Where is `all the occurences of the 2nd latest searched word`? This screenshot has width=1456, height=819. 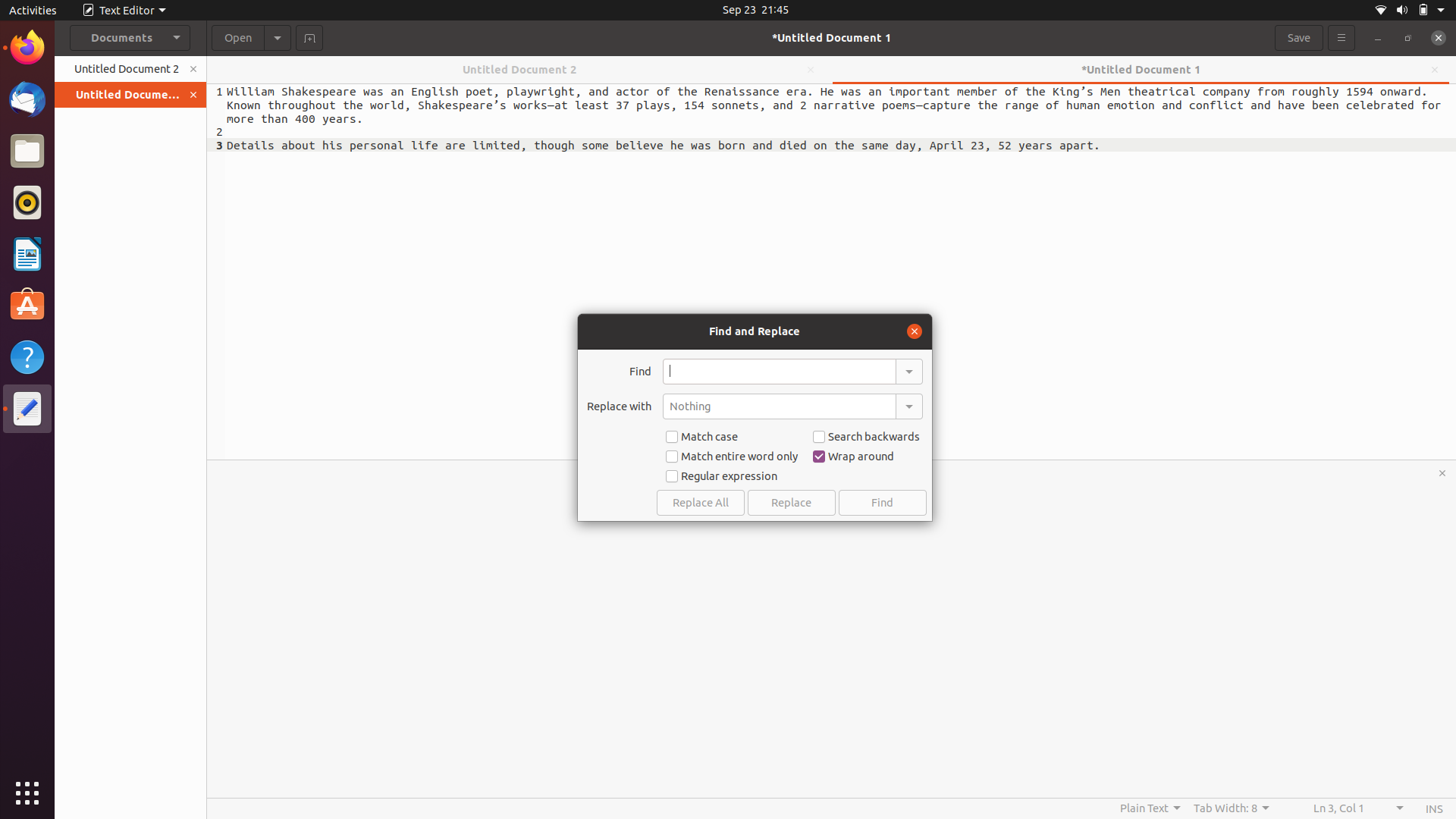 all the occurences of the 2nd latest searched word is located at coordinates (908, 370).